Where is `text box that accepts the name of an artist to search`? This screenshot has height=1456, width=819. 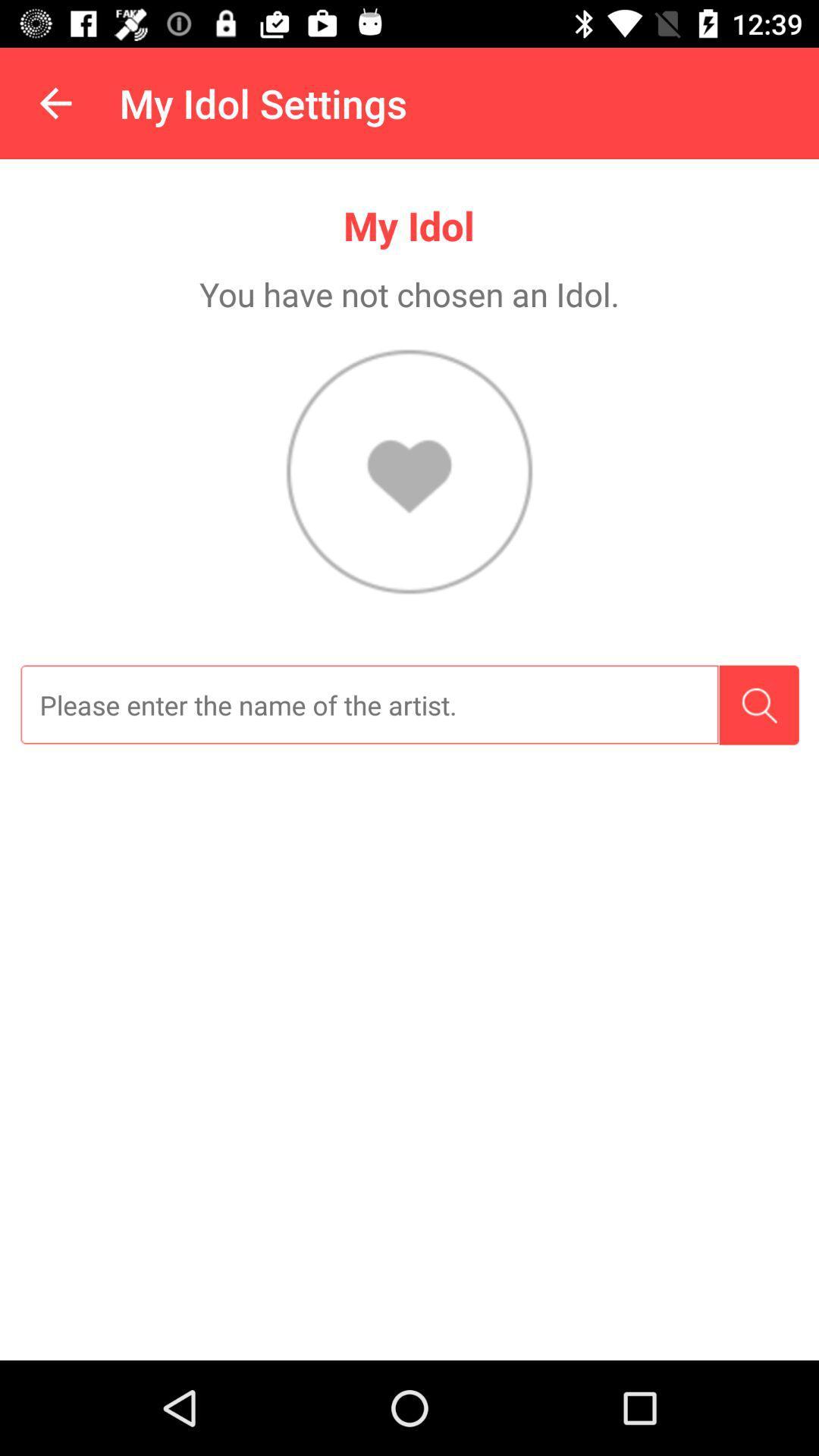 text box that accepts the name of an artist to search is located at coordinates (369, 704).